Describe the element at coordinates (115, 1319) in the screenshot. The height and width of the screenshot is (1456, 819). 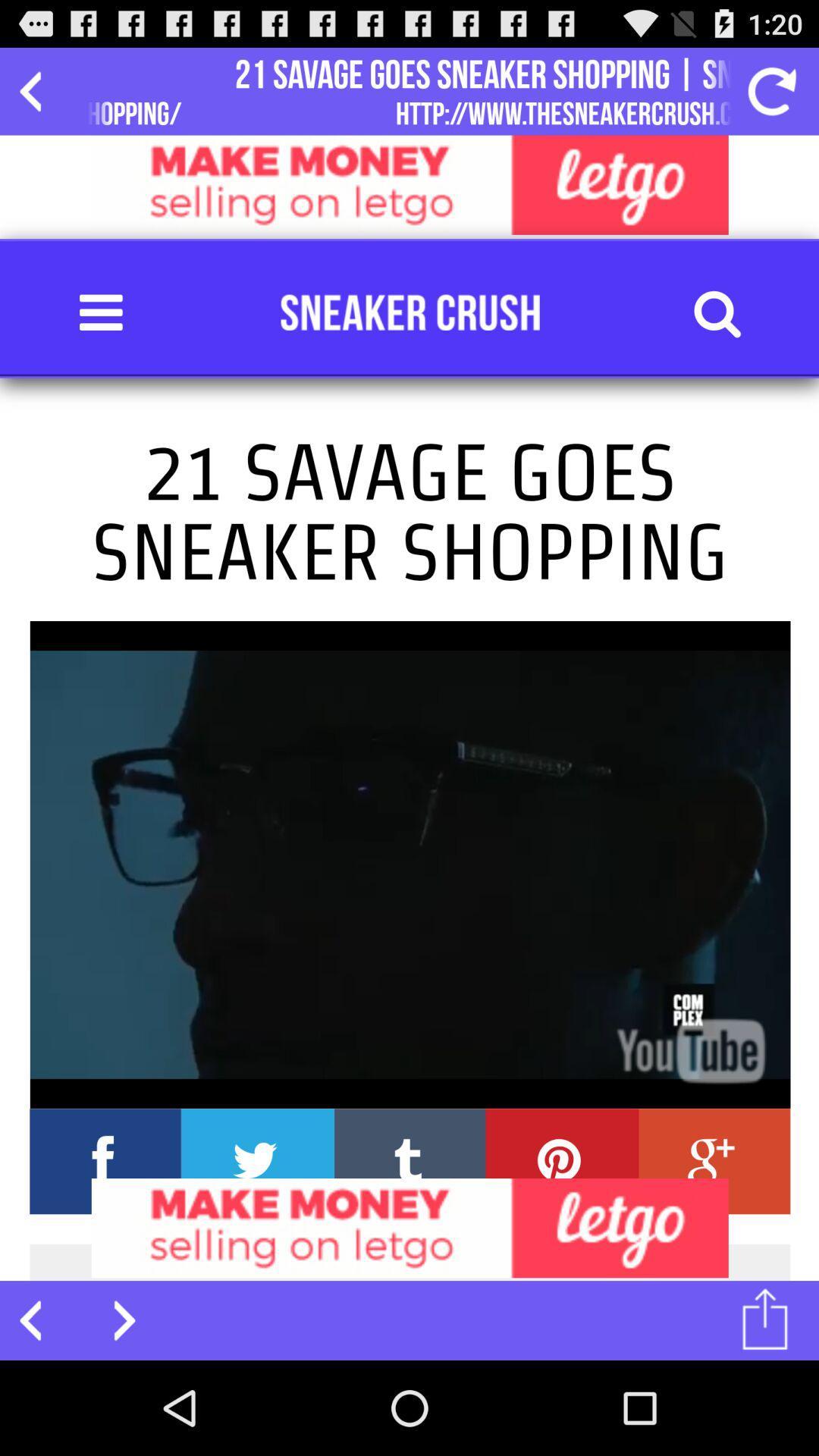
I see `next page` at that location.